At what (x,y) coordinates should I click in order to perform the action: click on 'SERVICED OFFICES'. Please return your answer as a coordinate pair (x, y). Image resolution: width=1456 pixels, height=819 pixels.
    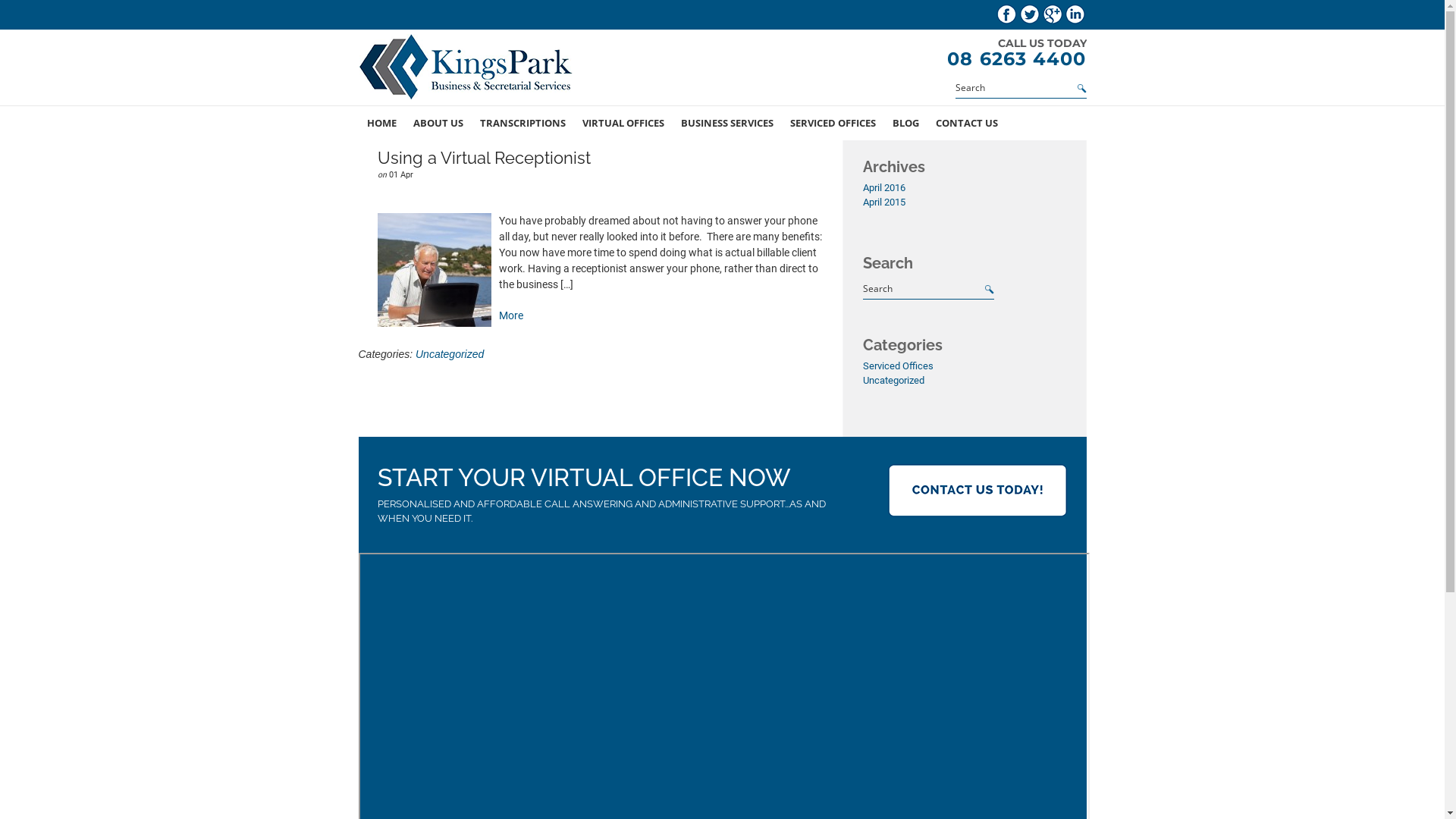
    Looking at the image, I should click on (831, 122).